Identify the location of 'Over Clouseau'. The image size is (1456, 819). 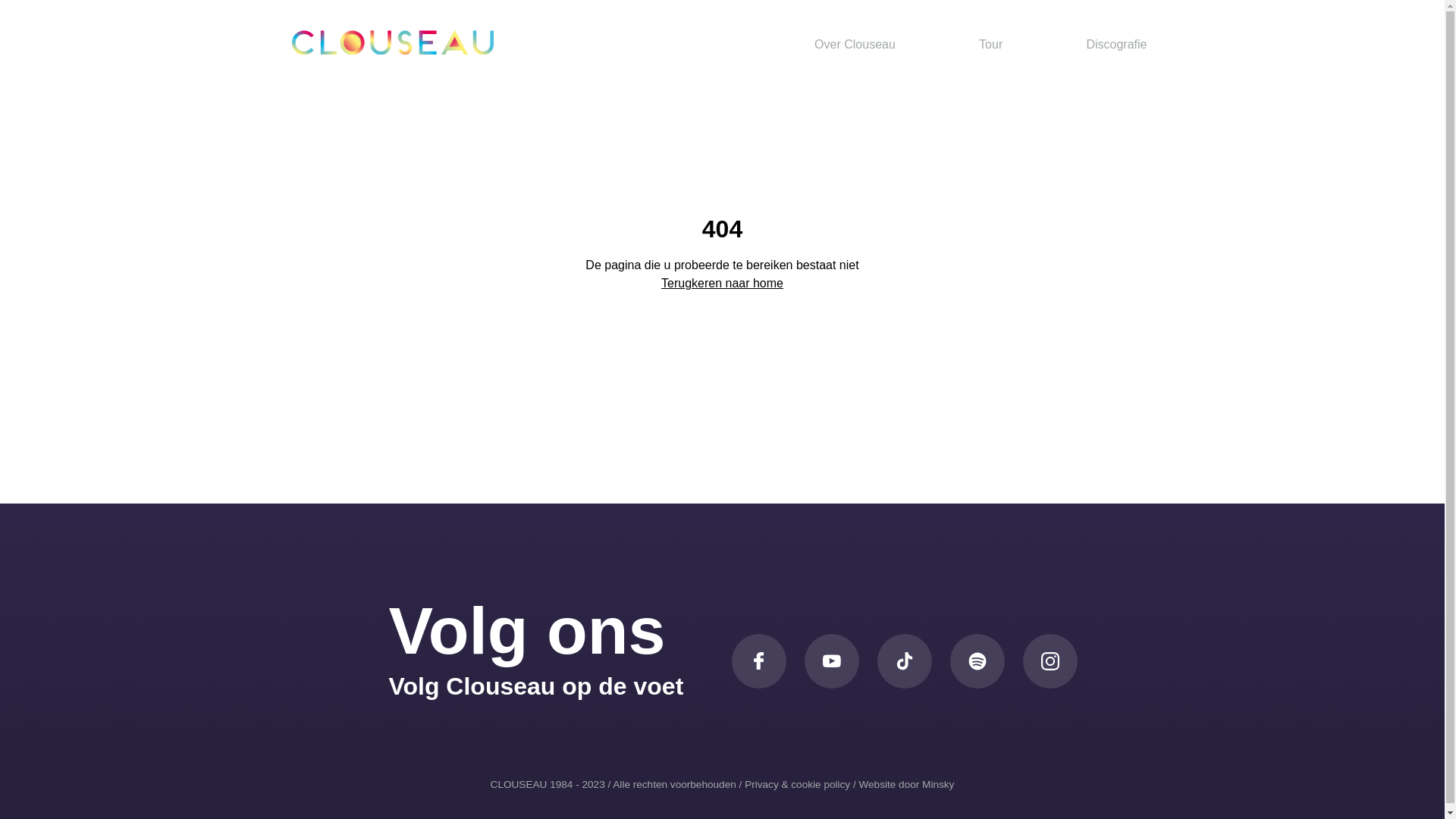
(855, 43).